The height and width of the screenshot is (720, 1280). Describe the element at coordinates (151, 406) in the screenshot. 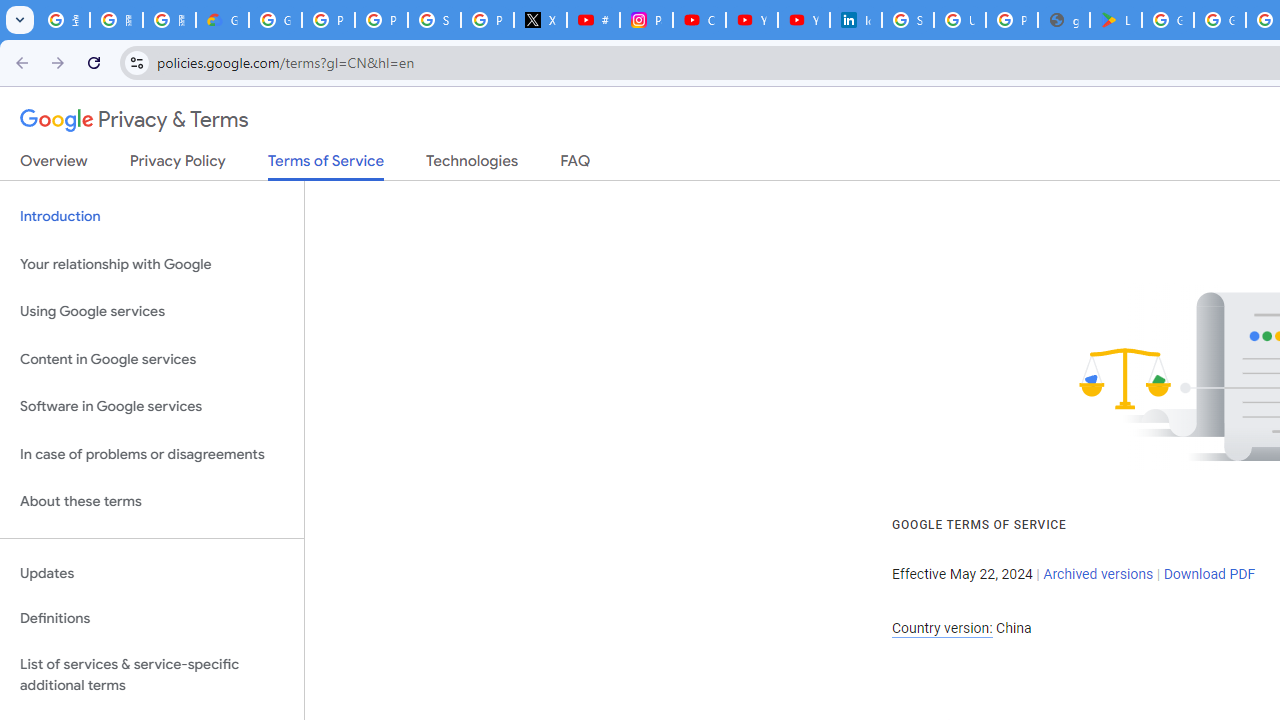

I see `'Software in Google services'` at that location.